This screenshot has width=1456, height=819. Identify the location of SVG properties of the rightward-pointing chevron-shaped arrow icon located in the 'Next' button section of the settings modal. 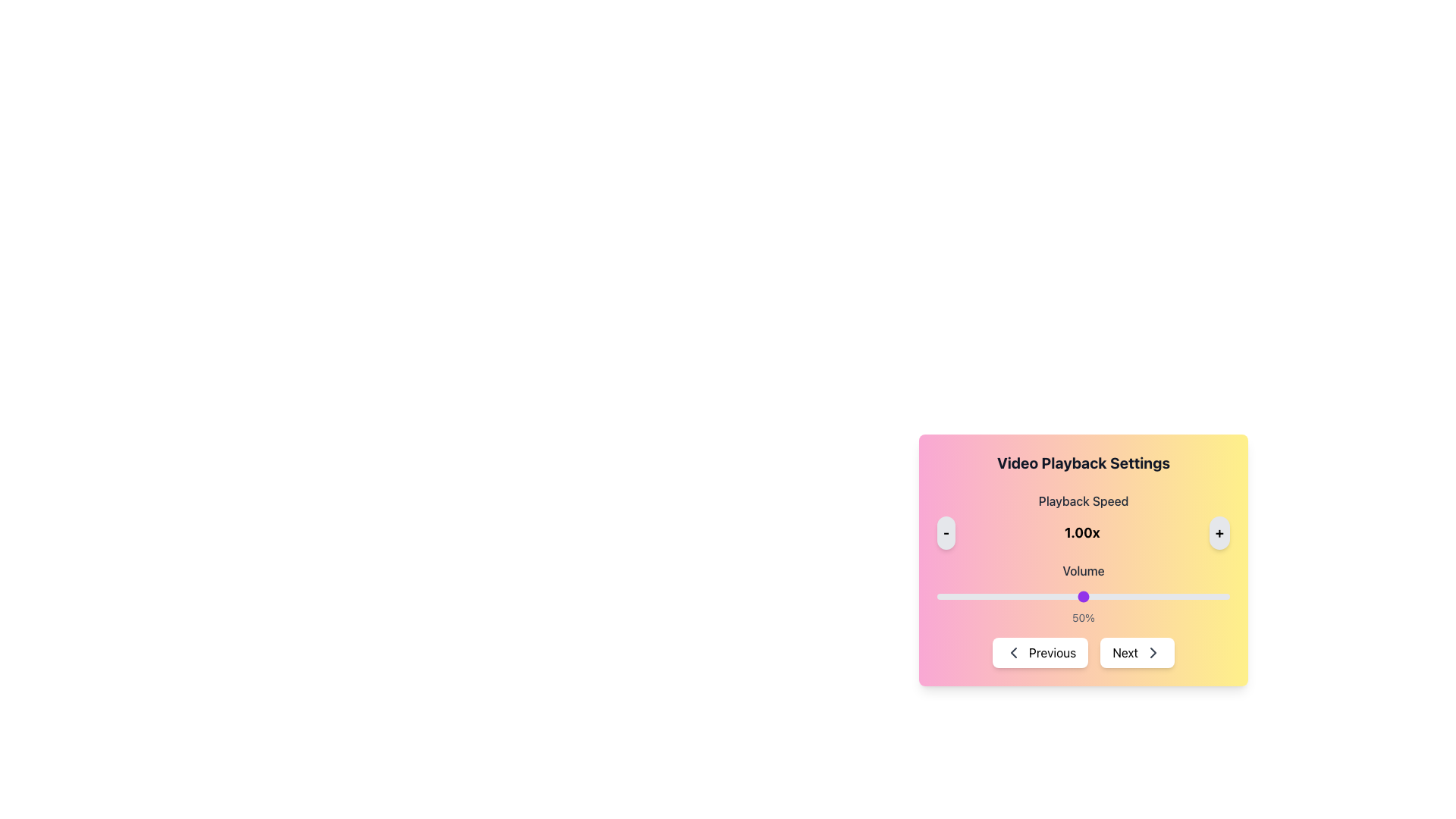
(1153, 651).